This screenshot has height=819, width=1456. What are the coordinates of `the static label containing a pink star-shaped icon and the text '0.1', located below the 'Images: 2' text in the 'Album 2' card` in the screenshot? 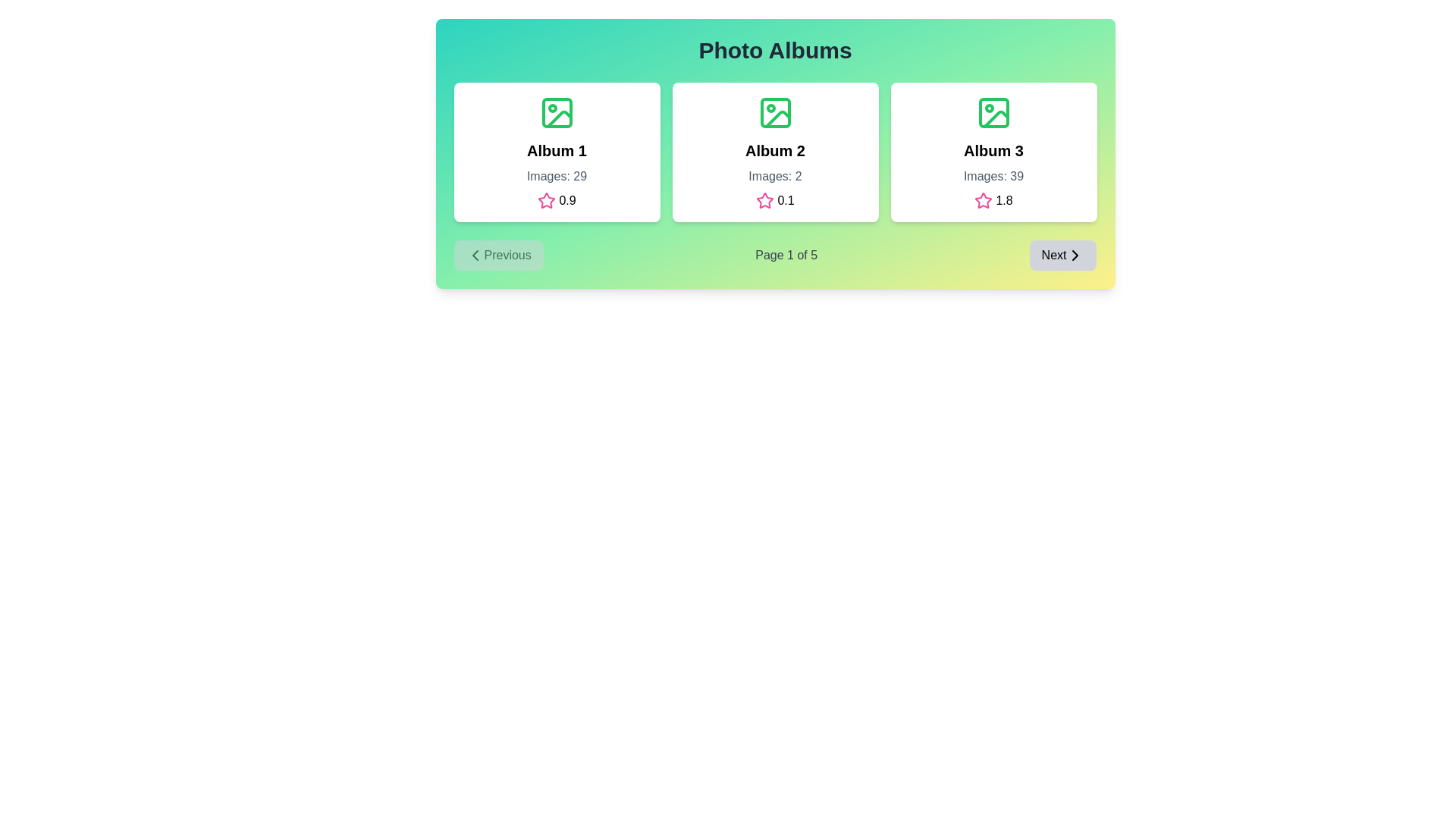 It's located at (775, 200).